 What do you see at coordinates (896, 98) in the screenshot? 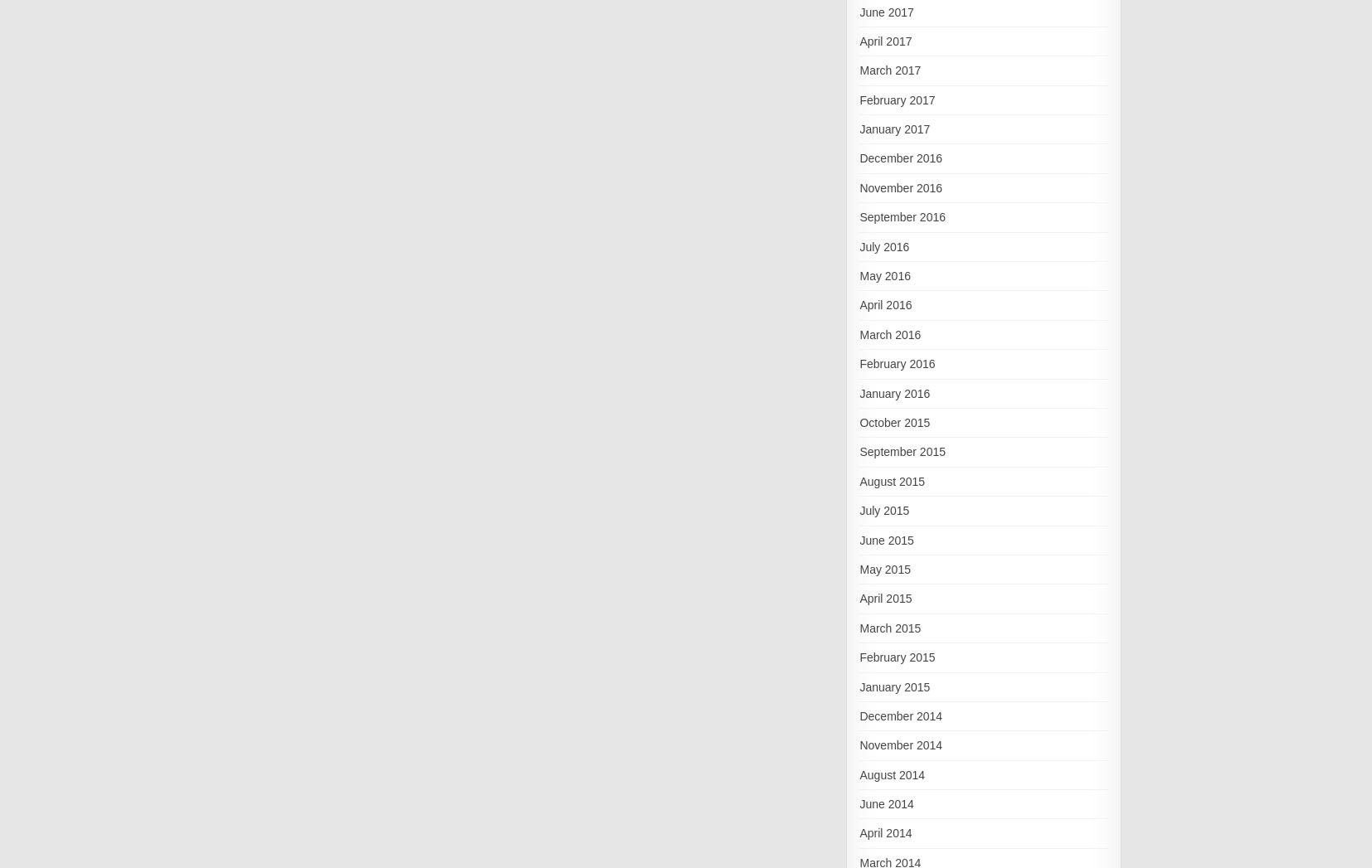
I see `'February 2017'` at bounding box center [896, 98].